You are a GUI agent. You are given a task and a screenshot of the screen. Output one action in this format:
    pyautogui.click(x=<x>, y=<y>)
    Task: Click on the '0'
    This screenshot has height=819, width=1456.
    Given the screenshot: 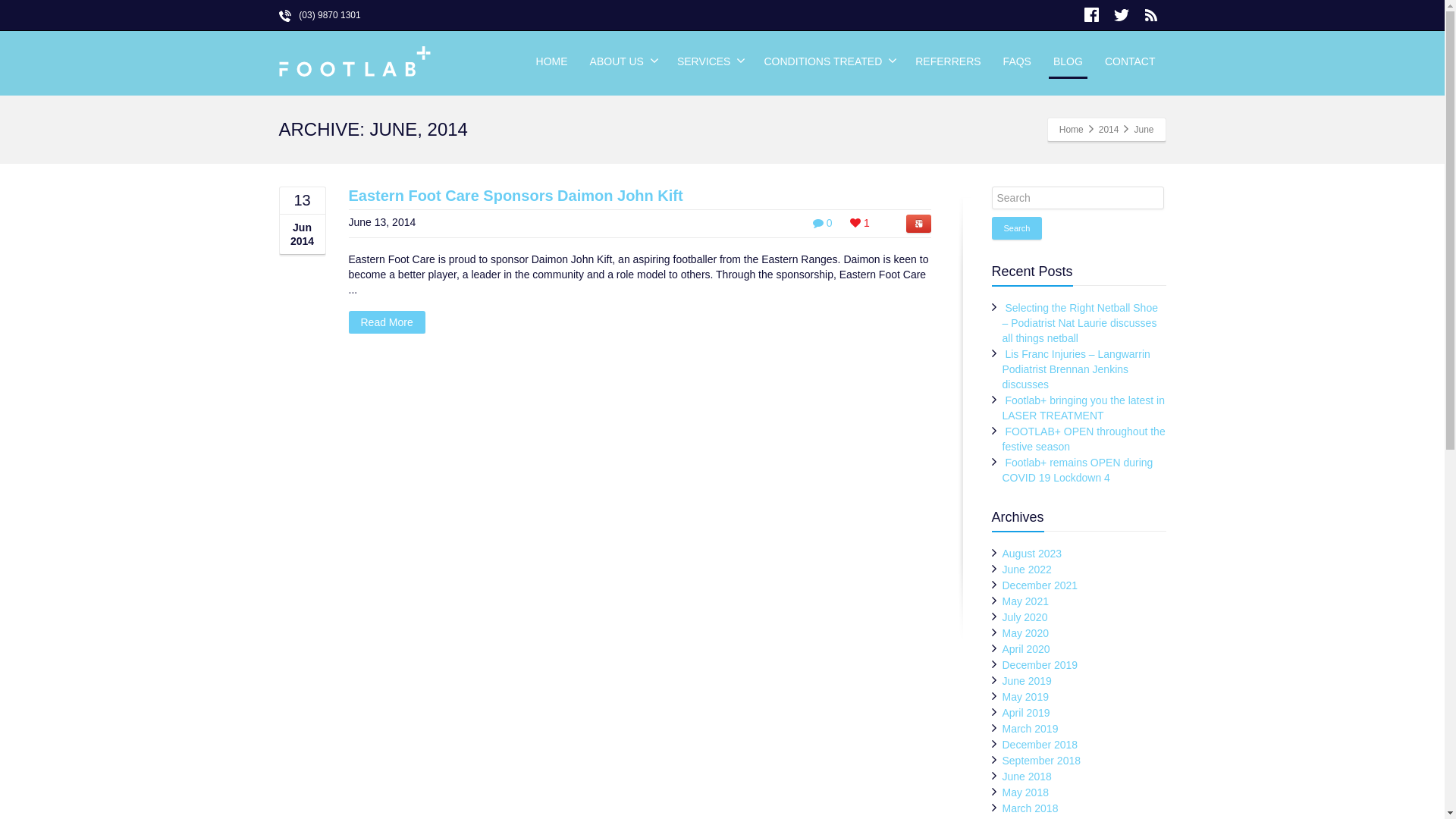 What is the action you would take?
    pyautogui.click(x=821, y=222)
    